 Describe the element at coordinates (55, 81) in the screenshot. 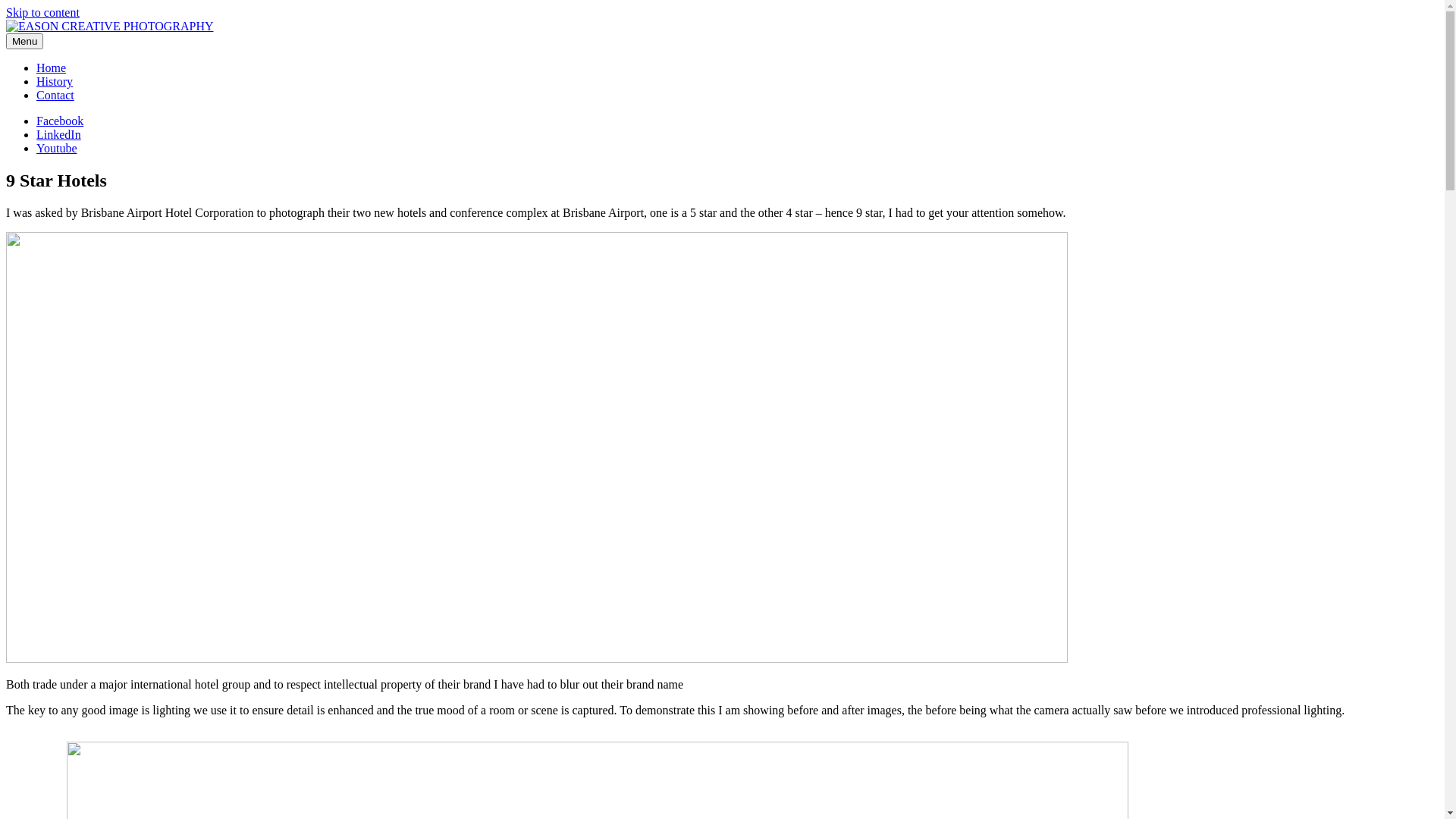

I see `'History'` at that location.